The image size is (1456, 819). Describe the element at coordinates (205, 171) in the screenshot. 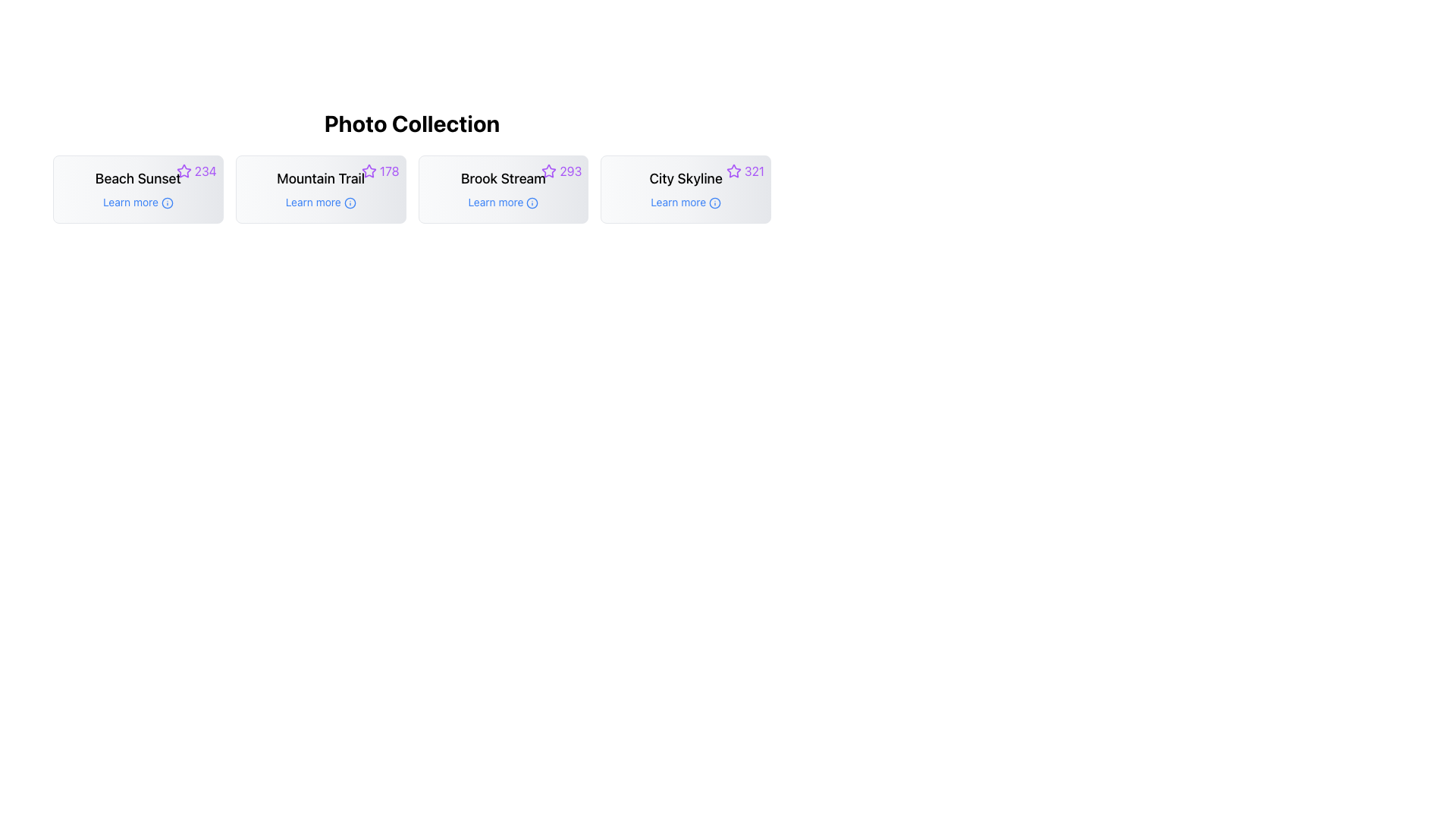

I see `the purple-colored number '234' displayed next to the star icon in the top-right corner of the 'Beach Sunset' card` at that location.